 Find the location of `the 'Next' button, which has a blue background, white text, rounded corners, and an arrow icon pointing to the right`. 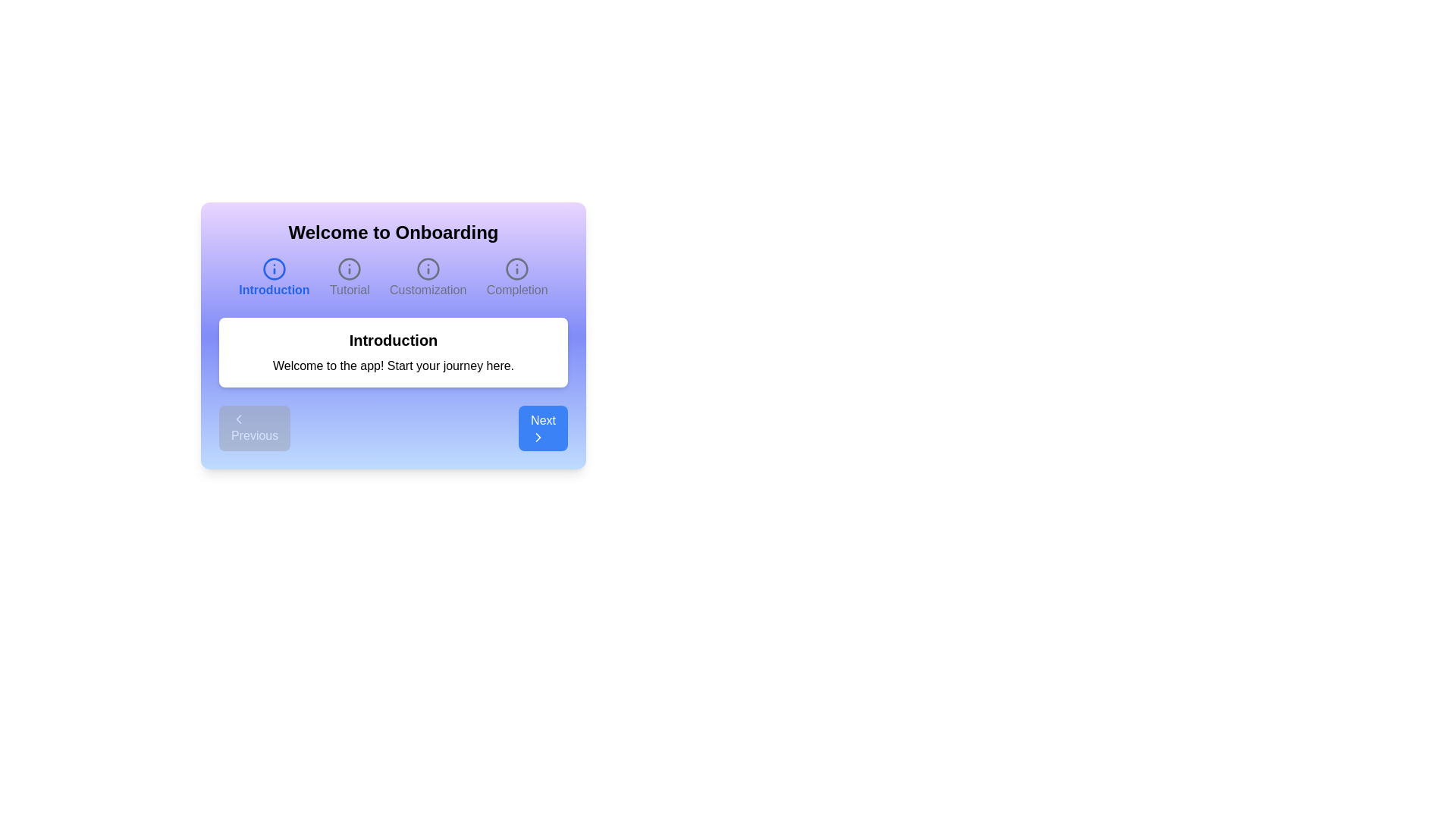

the 'Next' button, which has a blue background, white text, rounded corners, and an arrow icon pointing to the right is located at coordinates (543, 428).